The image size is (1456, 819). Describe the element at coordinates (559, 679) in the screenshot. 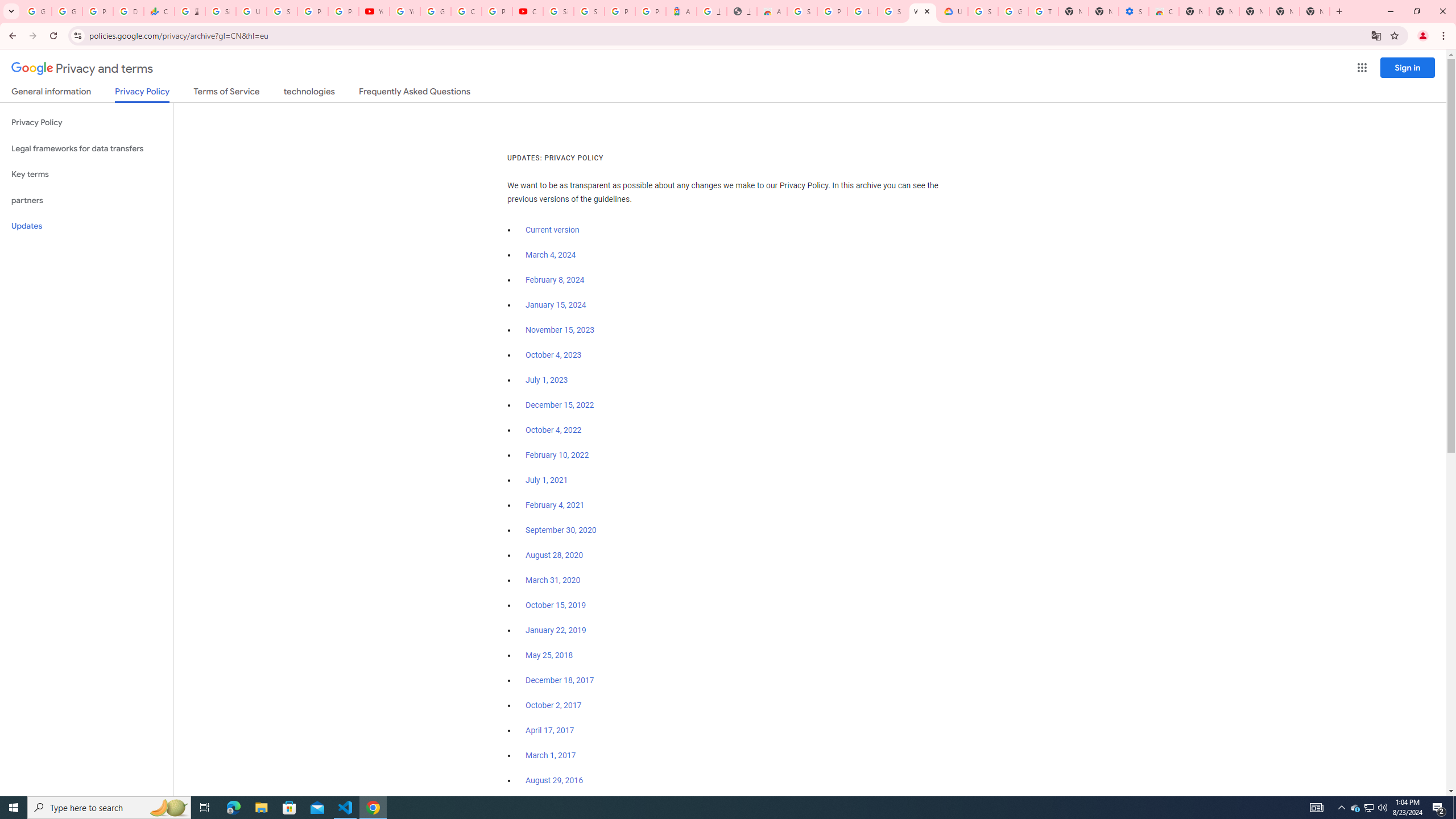

I see `'December 18, 2017'` at that location.